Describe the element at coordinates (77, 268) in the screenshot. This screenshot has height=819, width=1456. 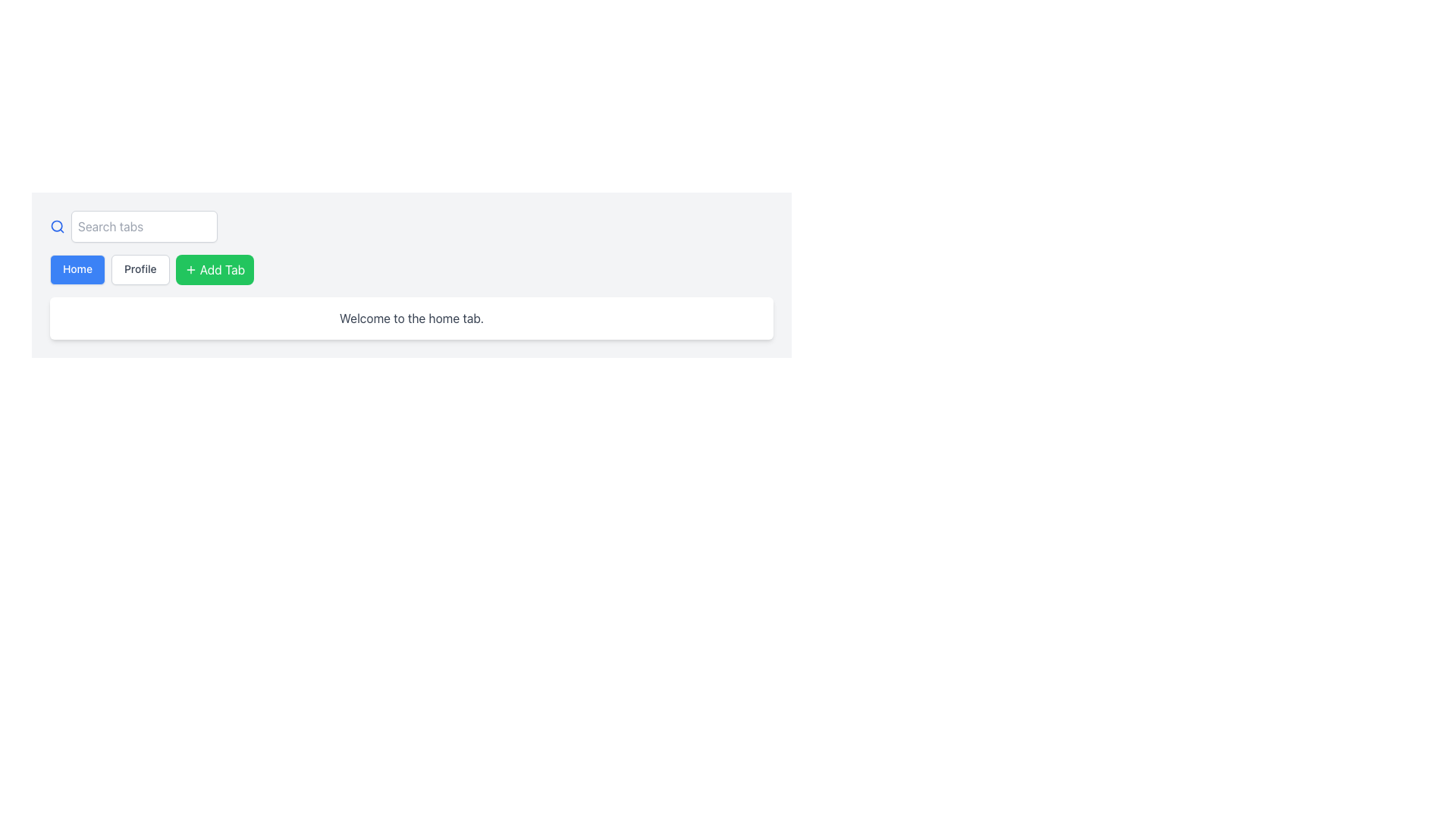
I see `the blue 'Home' button with white text` at that location.